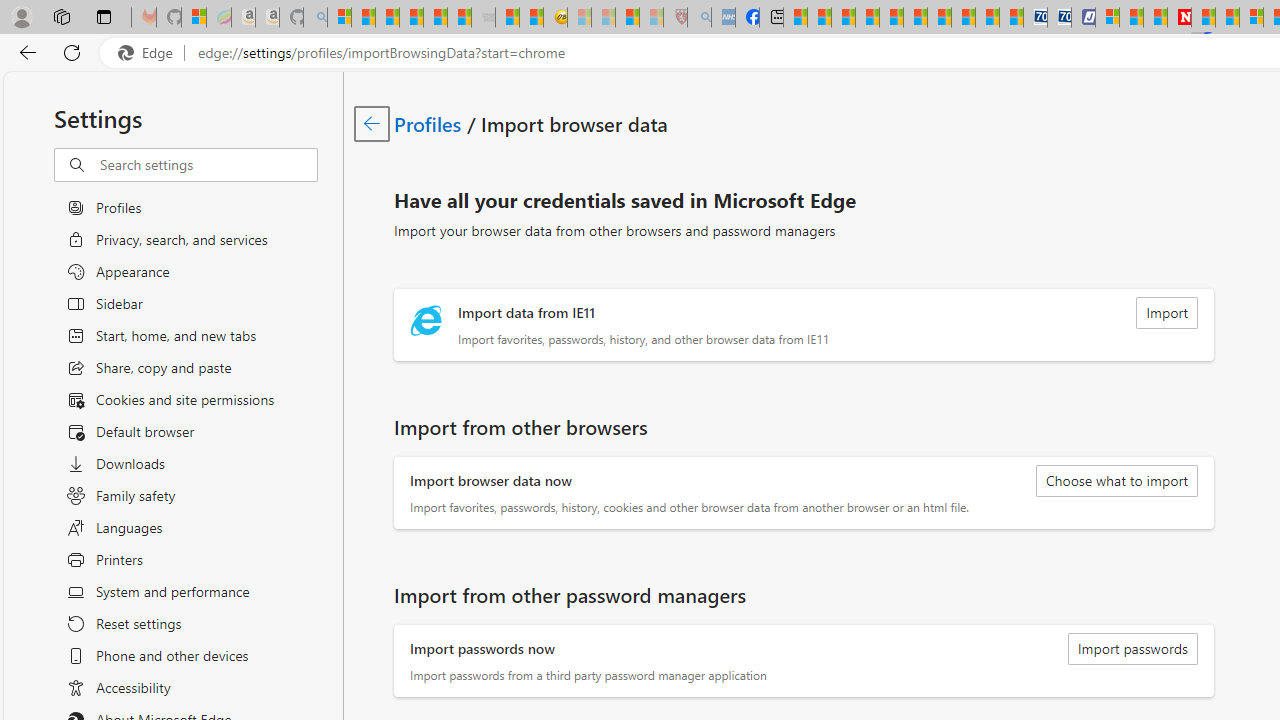 The width and height of the screenshot is (1280, 720). What do you see at coordinates (483, 17) in the screenshot?
I see `'Combat Siege - Sleeping'` at bounding box center [483, 17].